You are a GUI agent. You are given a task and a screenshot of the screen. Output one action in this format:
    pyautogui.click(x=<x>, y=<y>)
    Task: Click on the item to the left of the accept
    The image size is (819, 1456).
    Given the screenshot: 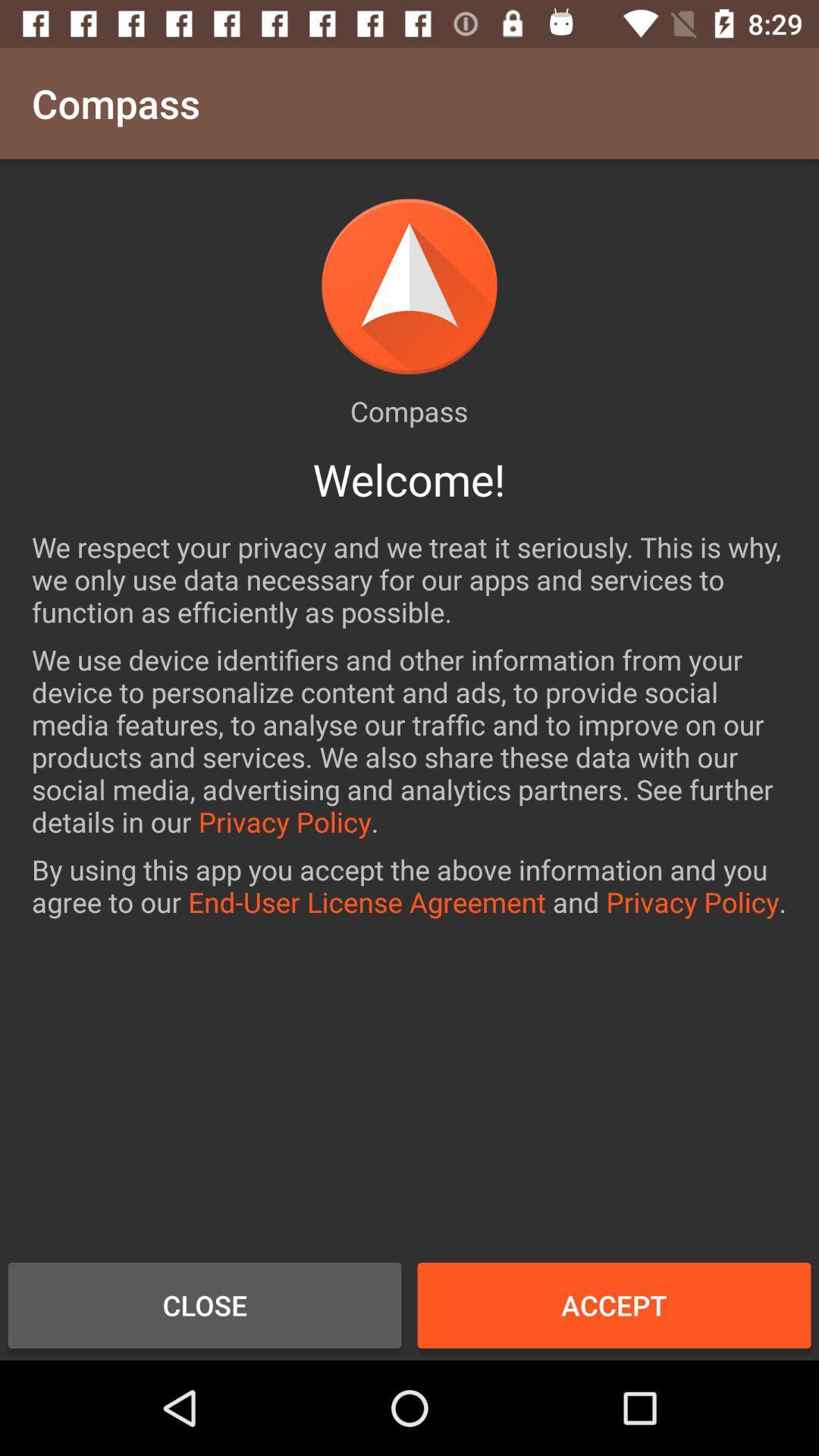 What is the action you would take?
    pyautogui.click(x=205, y=1304)
    